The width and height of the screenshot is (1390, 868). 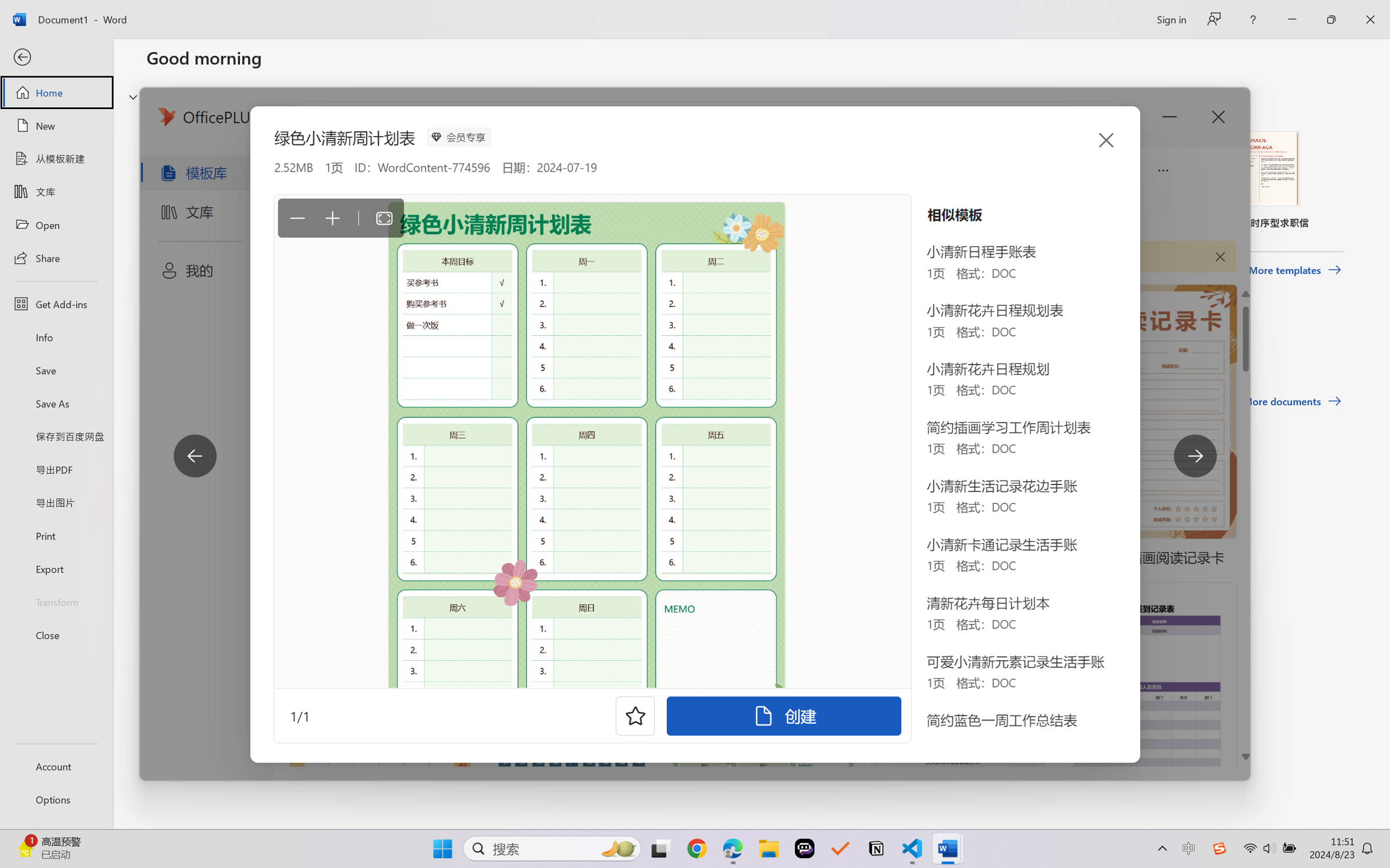 I want to click on 'Export', so click(x=56, y=568).